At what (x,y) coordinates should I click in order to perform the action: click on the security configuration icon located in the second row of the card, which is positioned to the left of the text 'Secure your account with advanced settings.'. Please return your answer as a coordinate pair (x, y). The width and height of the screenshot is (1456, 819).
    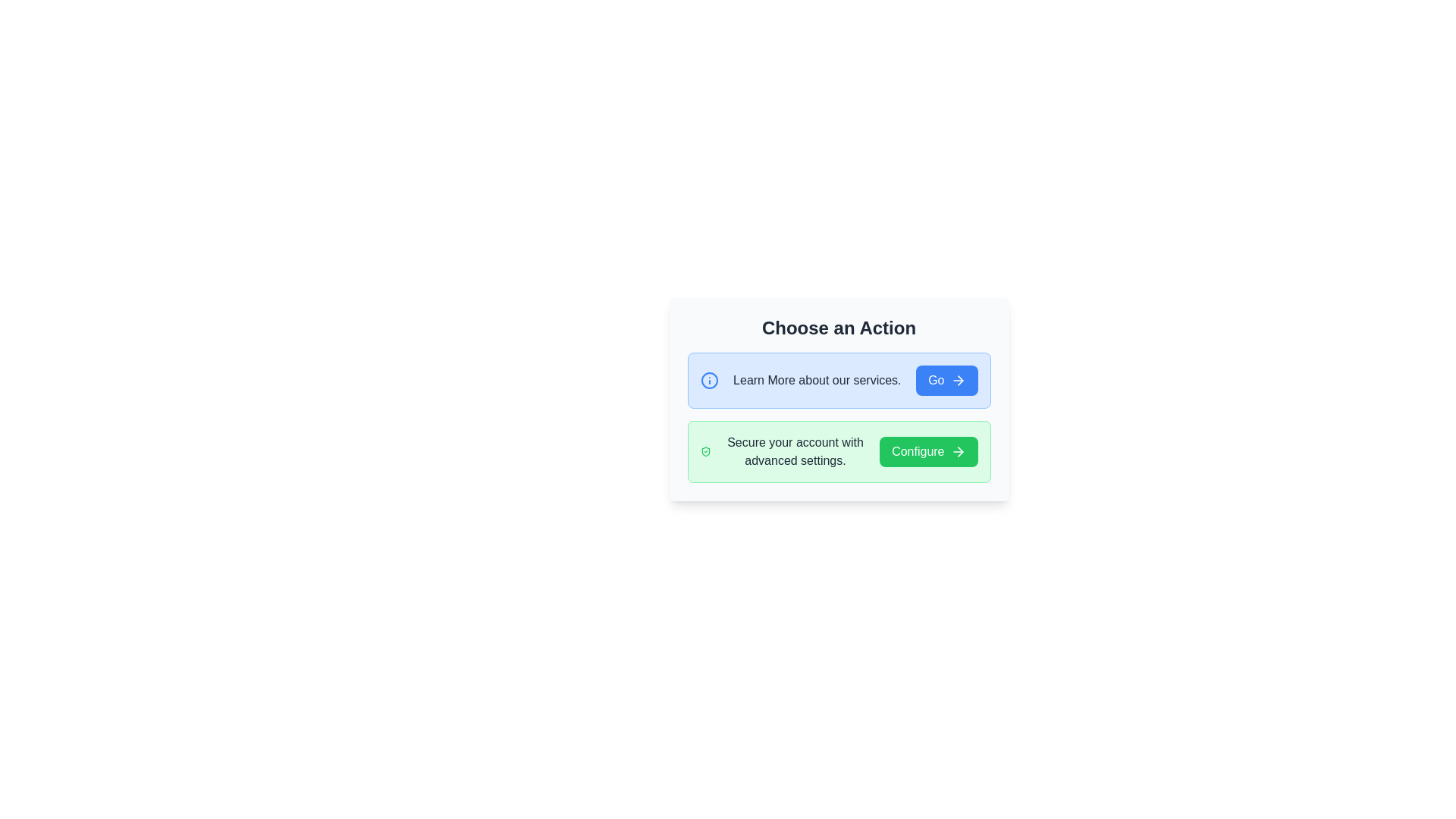
    Looking at the image, I should click on (704, 451).